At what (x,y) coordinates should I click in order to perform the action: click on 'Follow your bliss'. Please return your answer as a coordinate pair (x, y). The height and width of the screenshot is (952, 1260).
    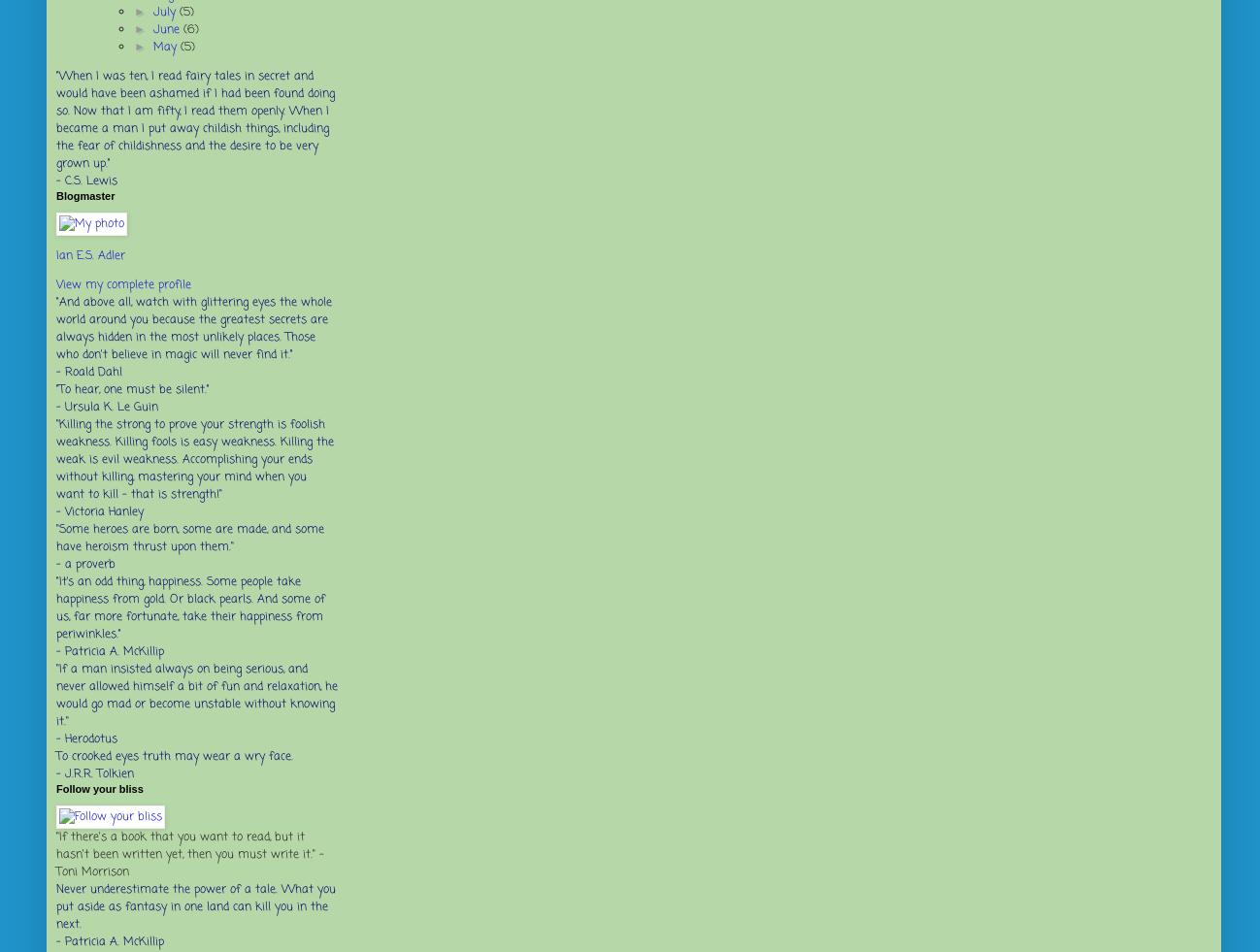
    Looking at the image, I should click on (99, 788).